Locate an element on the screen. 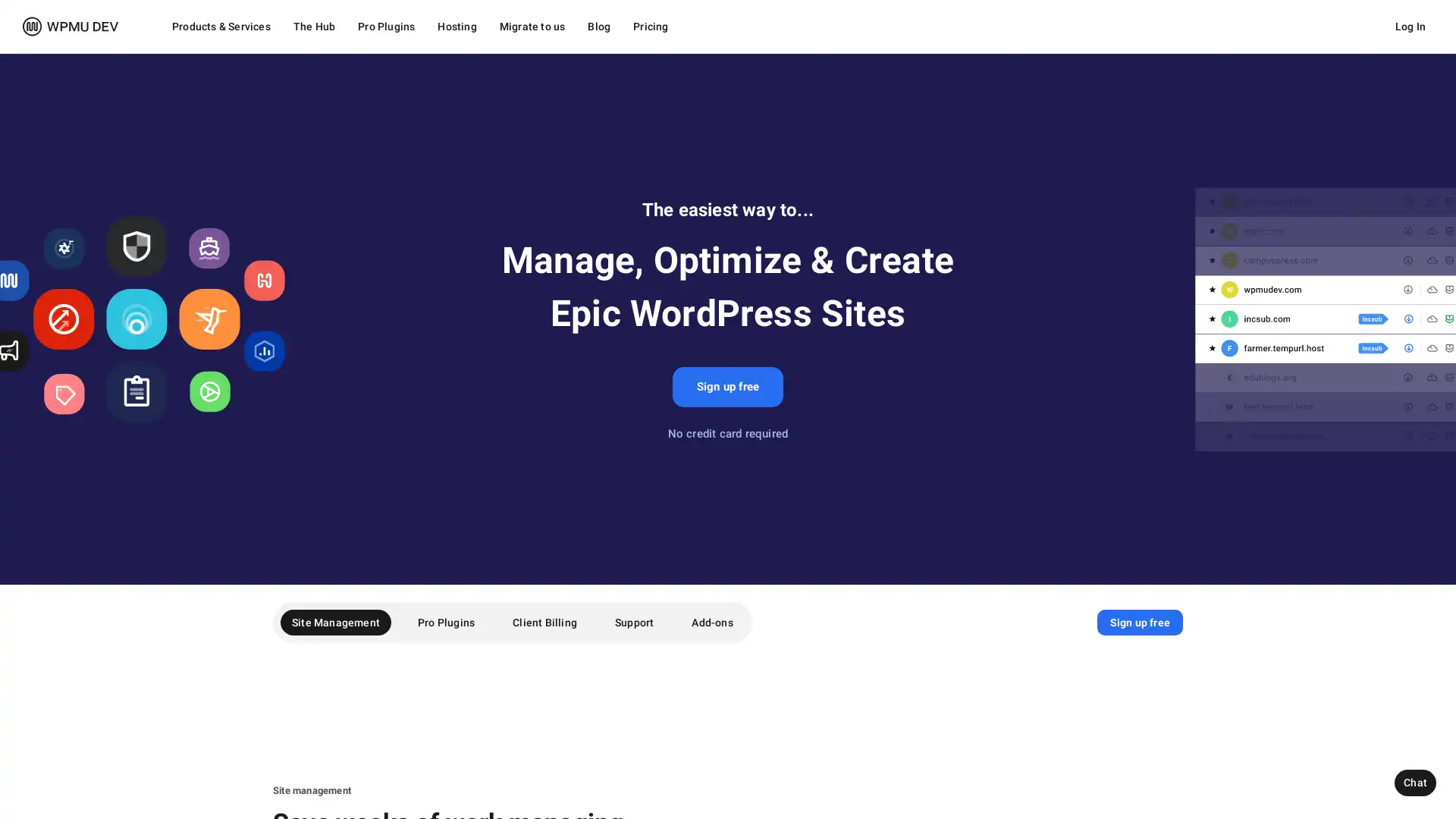 Image resolution: width=1456 pixels, height=819 pixels. Sign up free is located at coordinates (726, 386).